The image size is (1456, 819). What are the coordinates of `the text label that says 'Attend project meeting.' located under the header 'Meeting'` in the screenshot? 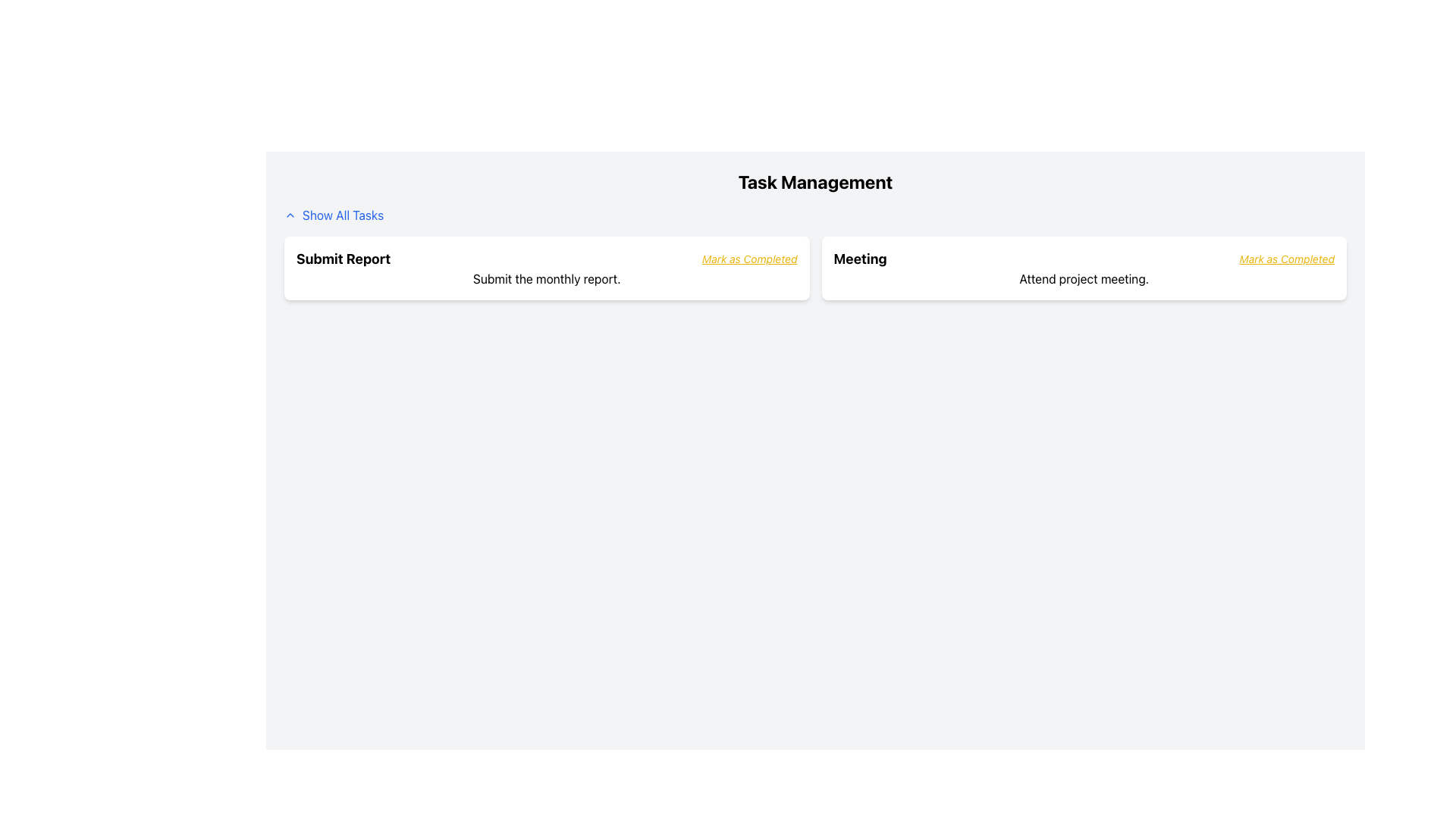 It's located at (1083, 278).